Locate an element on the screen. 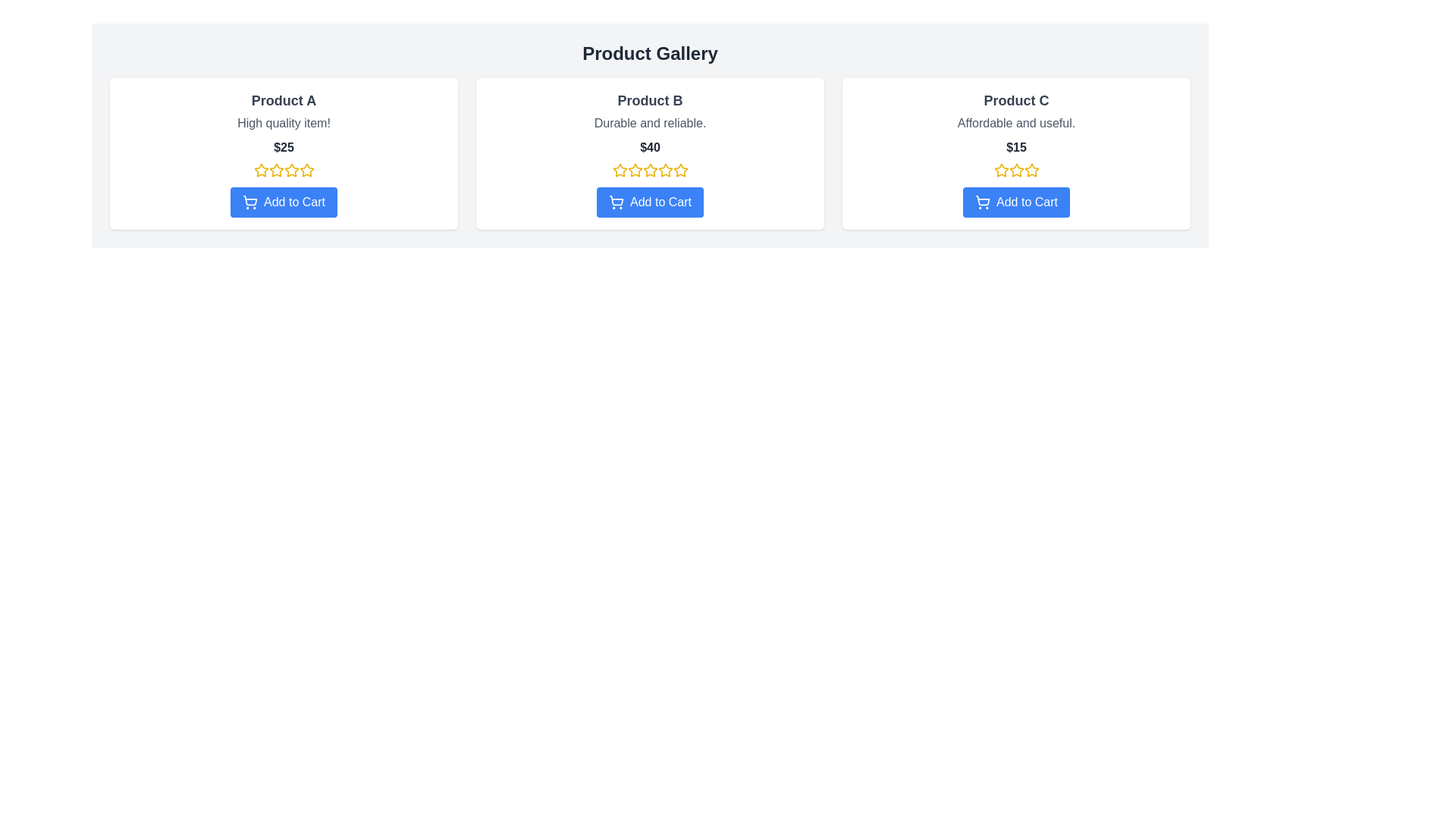 The image size is (1456, 819). the fifth star in the rating component below the 'Product A' description is located at coordinates (306, 170).